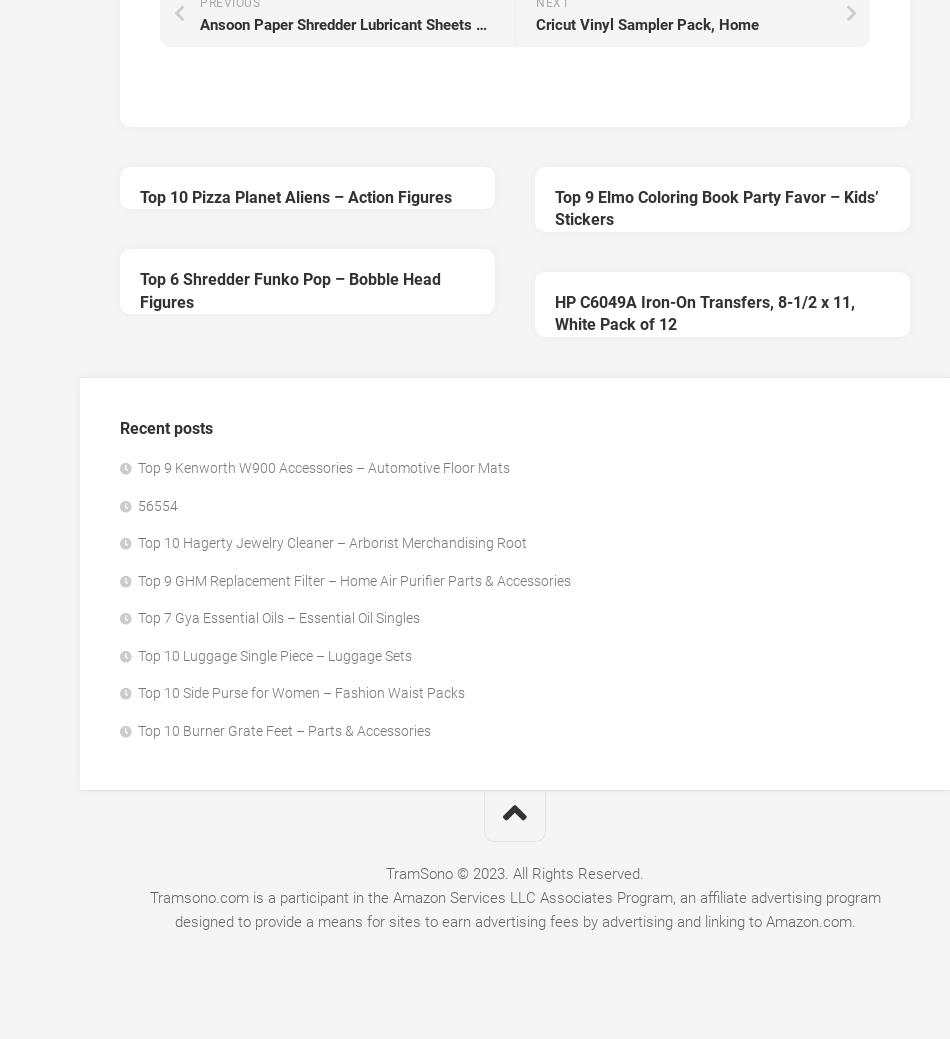 This screenshot has width=950, height=1039. Describe the element at coordinates (138, 729) in the screenshot. I see `'Top 10 Burner Grate Feet – Parts & Accessories'` at that location.